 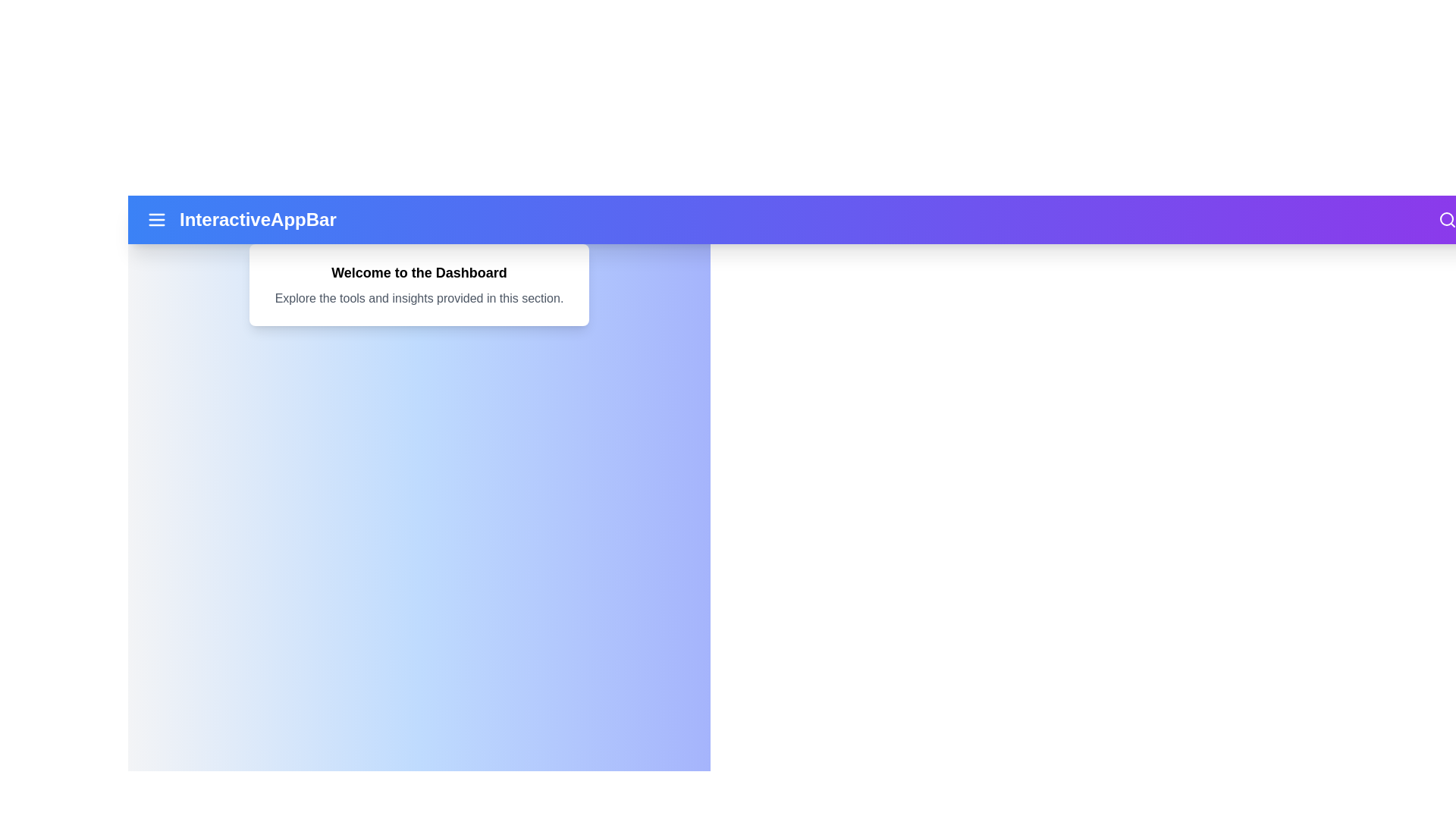 I want to click on the menu icon to toggle the sidebar, so click(x=156, y=219).